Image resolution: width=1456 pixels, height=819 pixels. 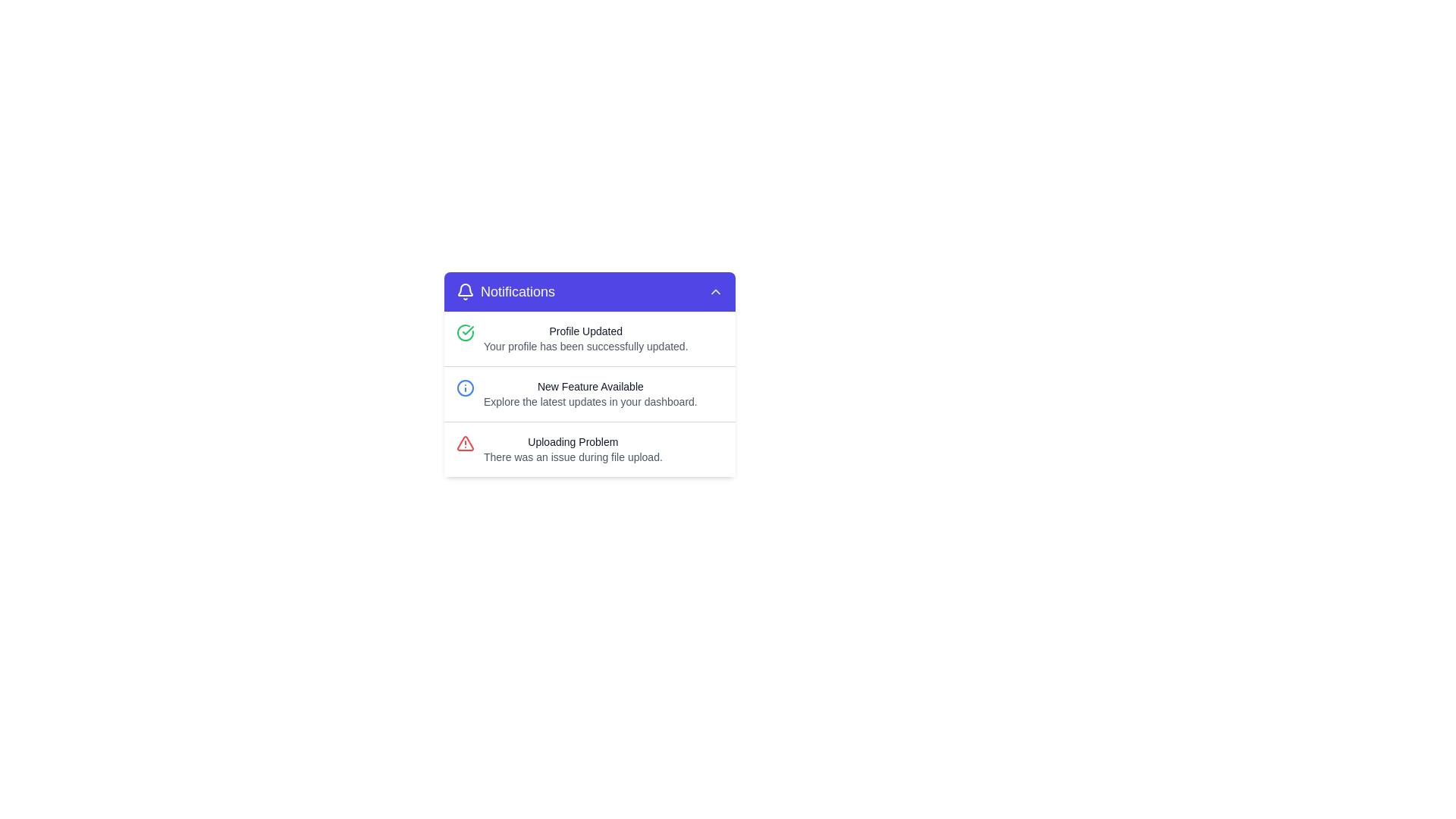 I want to click on the 'Notifications' label with a bell icon, which is located on the leftmost part of the top bar of the notification panel, featuring a purple background with rounded edges, so click(x=506, y=292).